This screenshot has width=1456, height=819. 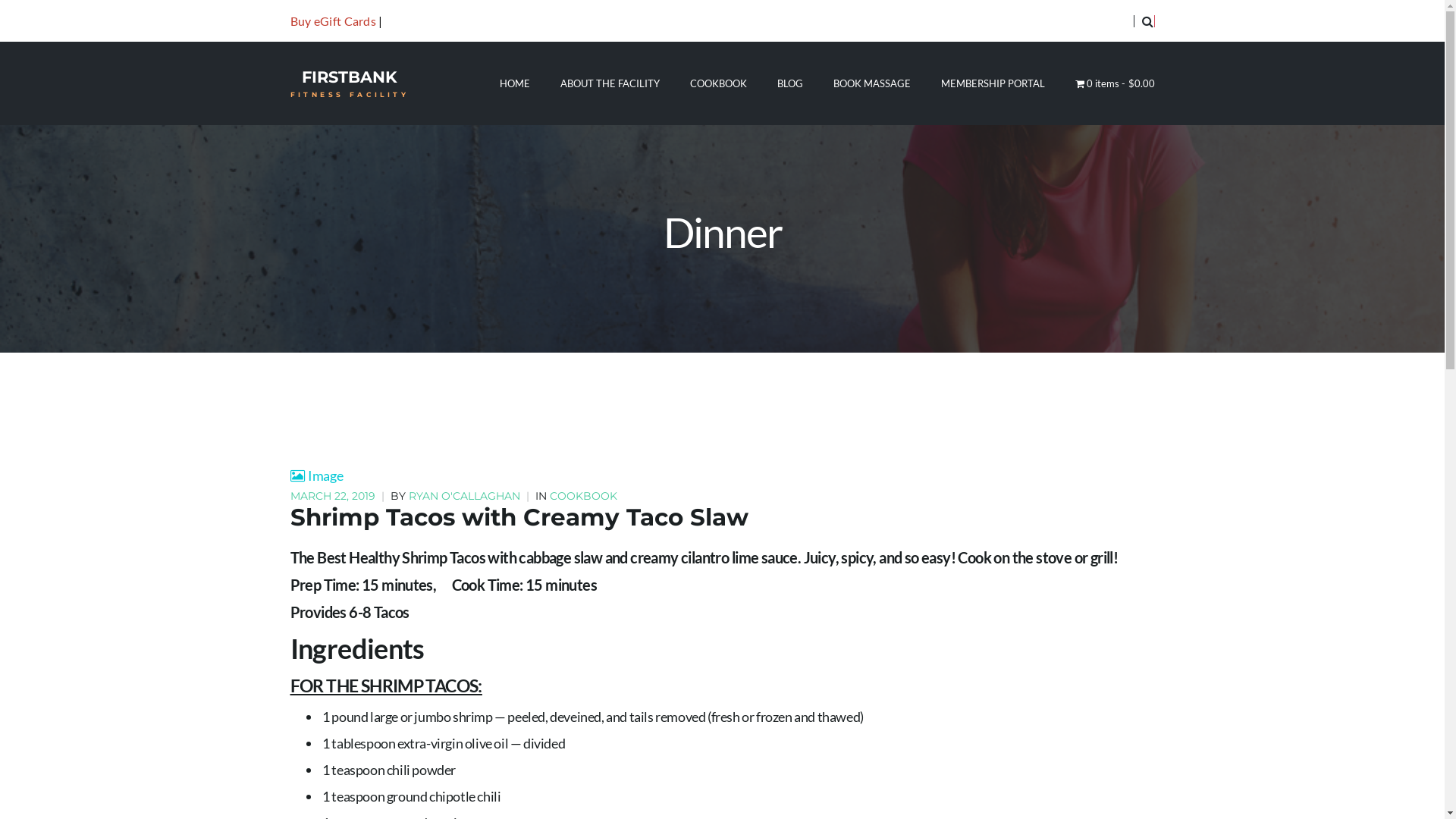 I want to click on 'Image', so click(x=315, y=475).